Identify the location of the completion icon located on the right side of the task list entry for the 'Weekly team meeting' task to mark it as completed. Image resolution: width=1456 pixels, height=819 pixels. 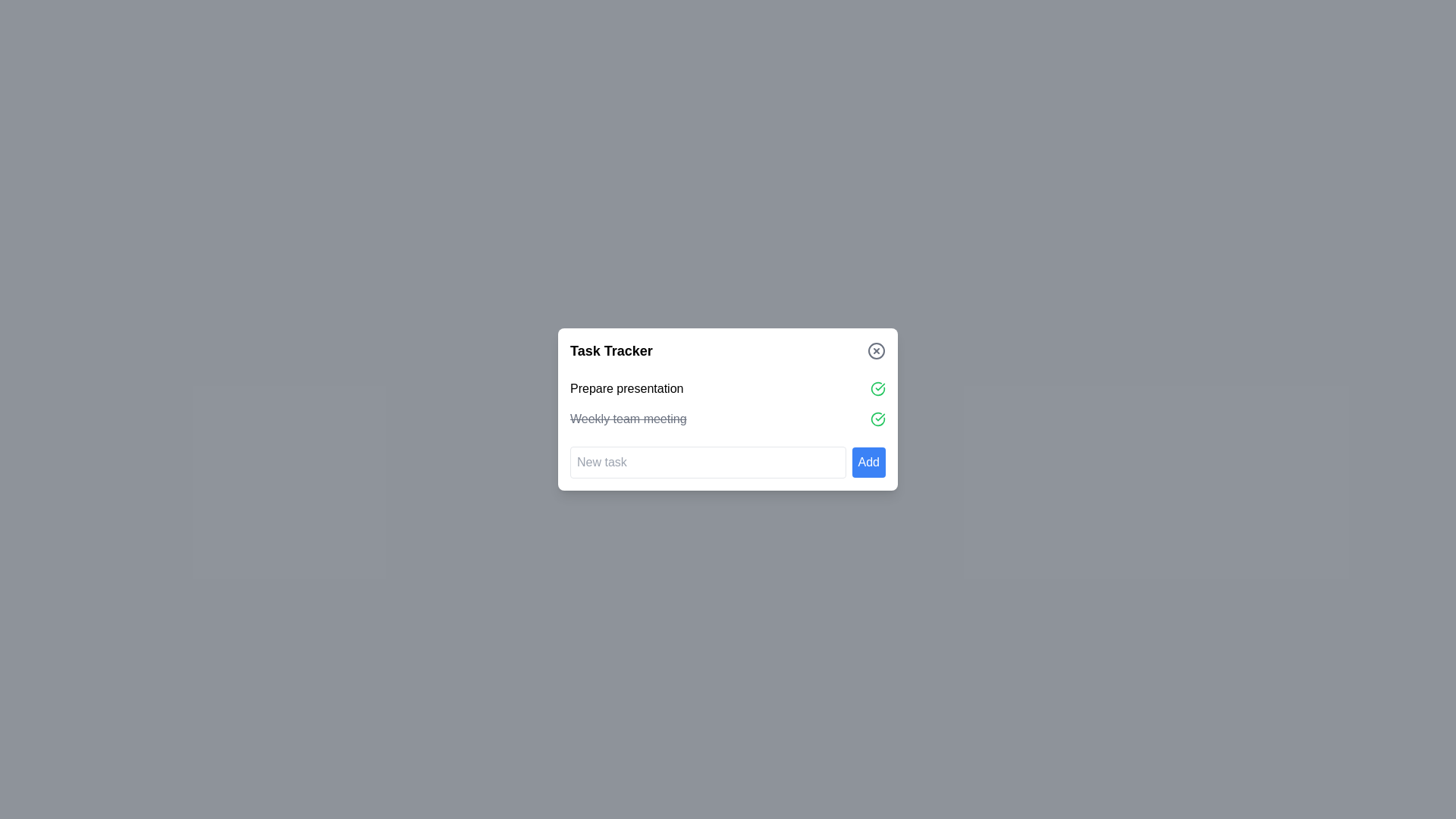
(877, 388).